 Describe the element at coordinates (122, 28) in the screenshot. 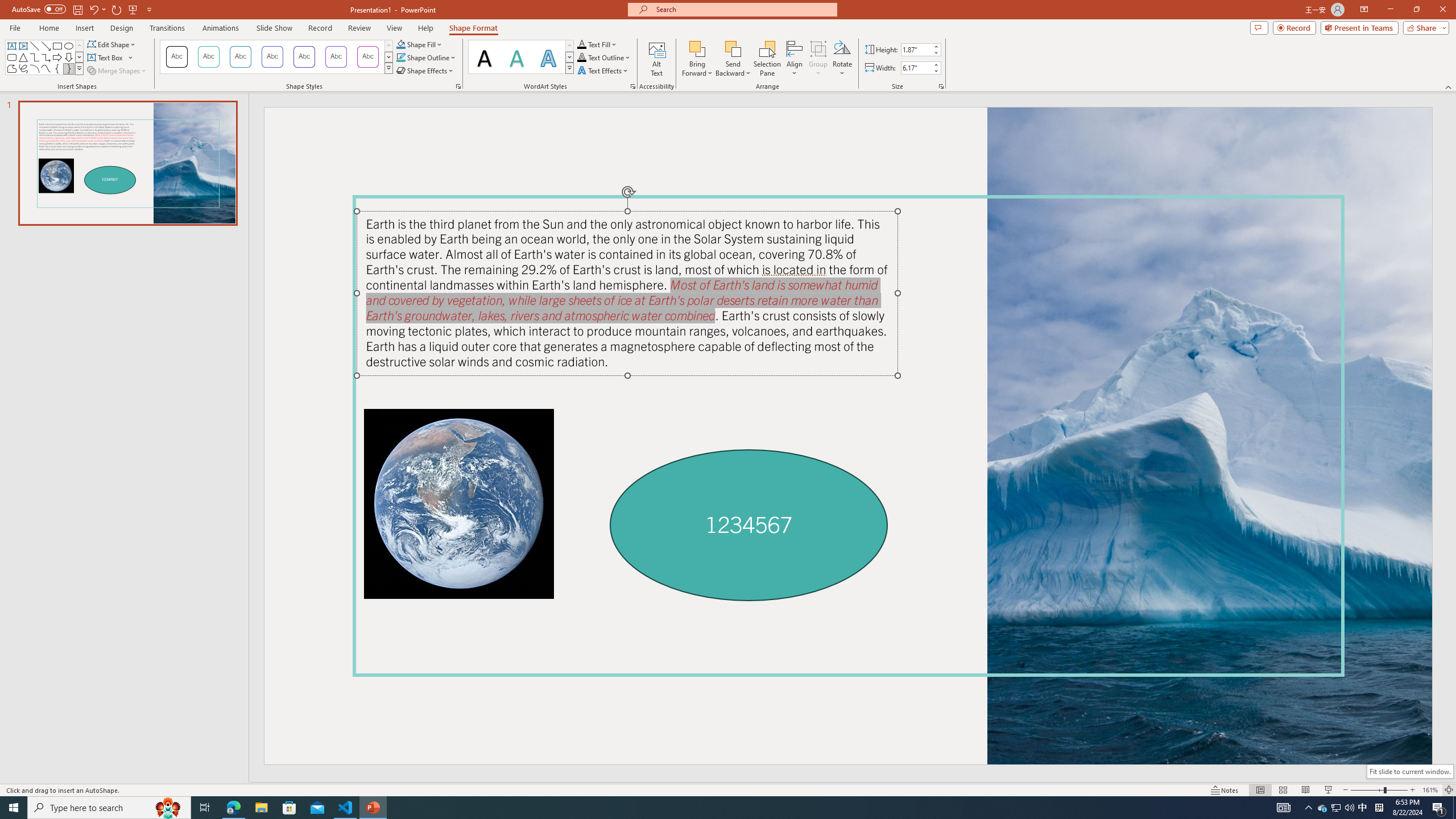

I see `'Design'` at that location.